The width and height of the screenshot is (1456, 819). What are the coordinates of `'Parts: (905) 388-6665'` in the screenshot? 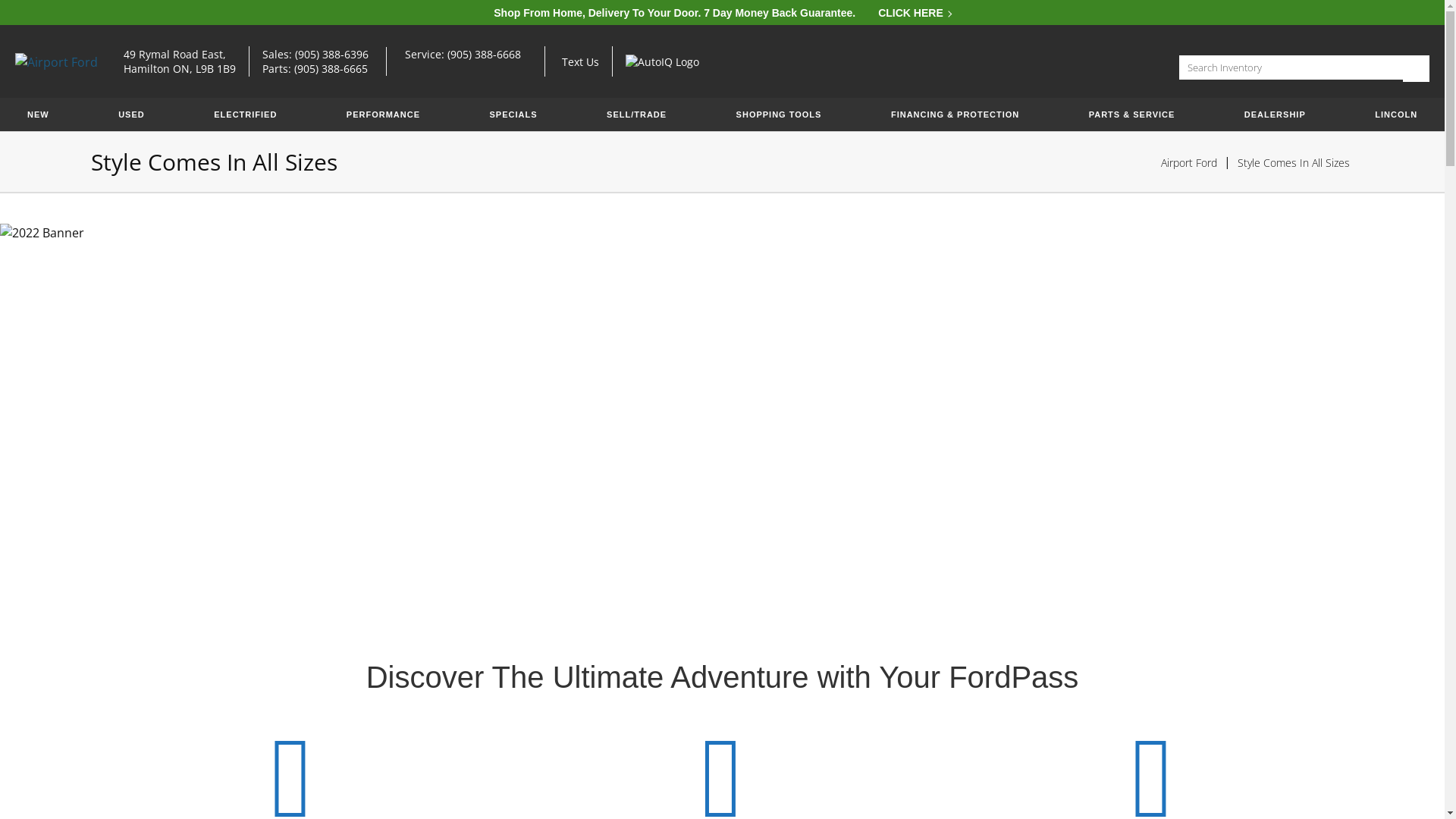 It's located at (329, 68).